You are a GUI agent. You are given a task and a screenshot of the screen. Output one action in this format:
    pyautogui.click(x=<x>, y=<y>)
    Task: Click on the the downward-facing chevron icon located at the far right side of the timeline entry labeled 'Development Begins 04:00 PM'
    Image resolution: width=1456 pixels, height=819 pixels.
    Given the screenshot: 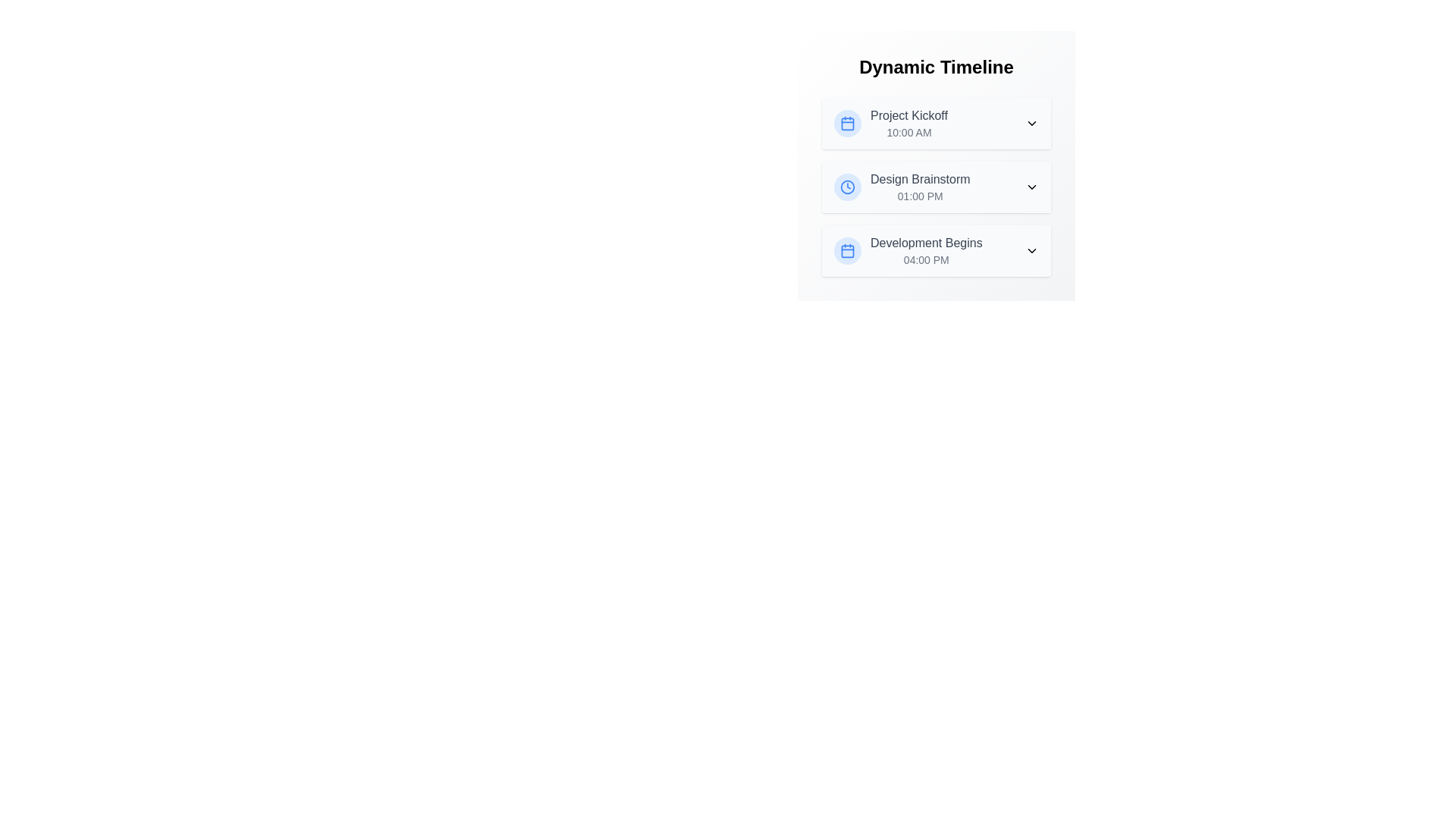 What is the action you would take?
    pyautogui.click(x=1031, y=250)
    